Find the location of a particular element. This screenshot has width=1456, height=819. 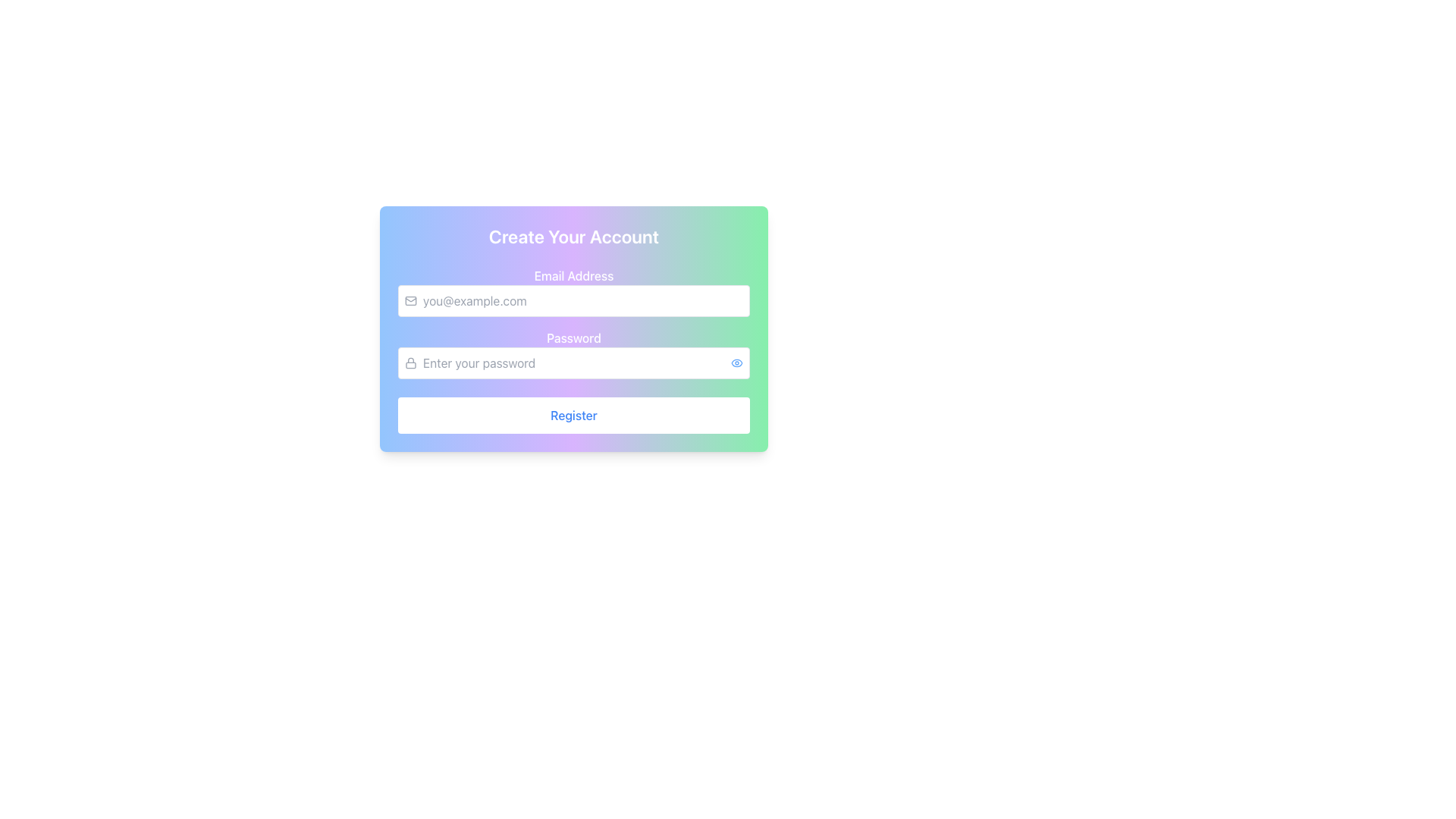

the 'Register' button, which has a white background and bold blue text, located at the bottom of the registration form to change its color to light blue is located at coordinates (573, 415).